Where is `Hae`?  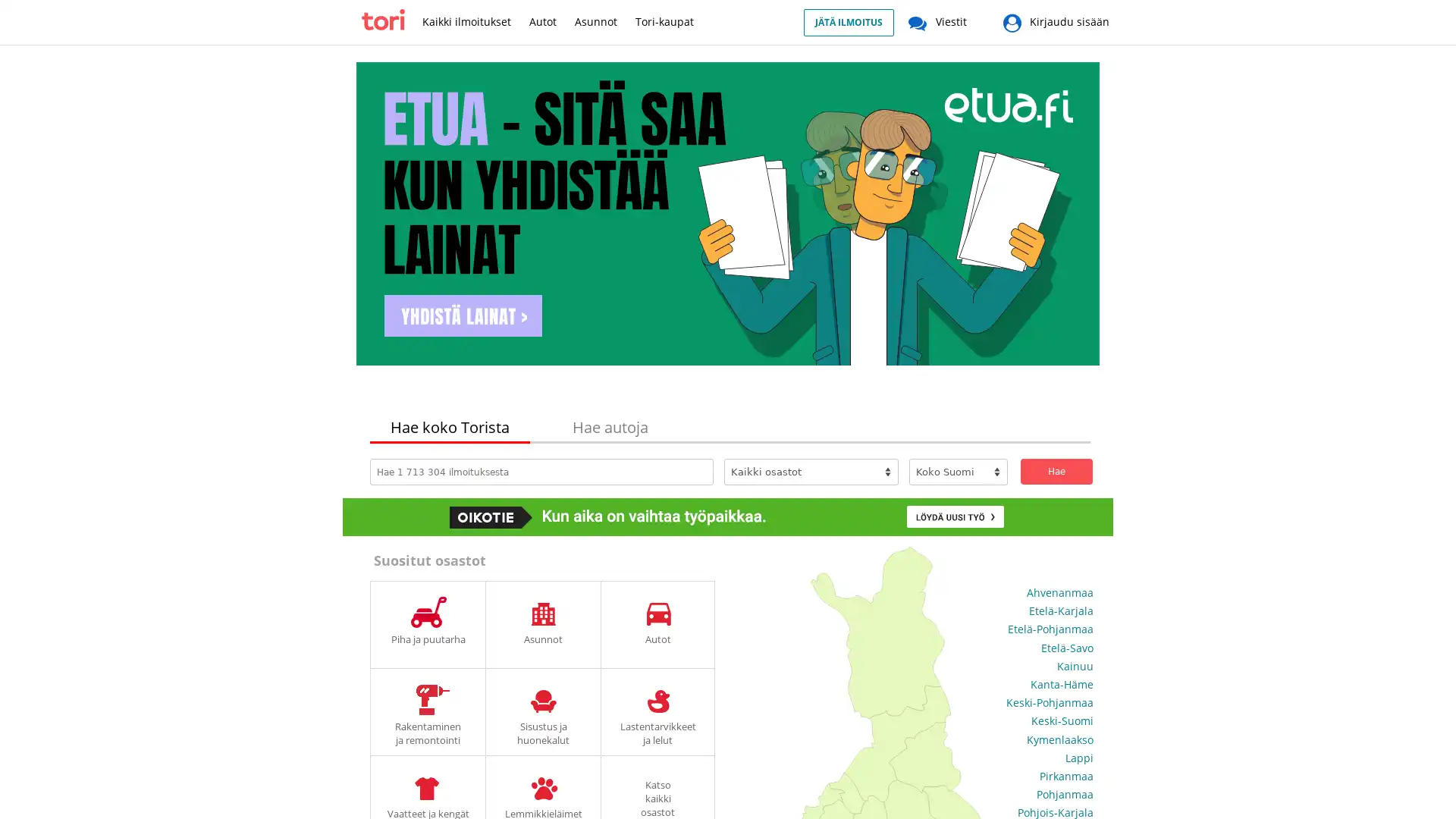
Hae is located at coordinates (1055, 470).